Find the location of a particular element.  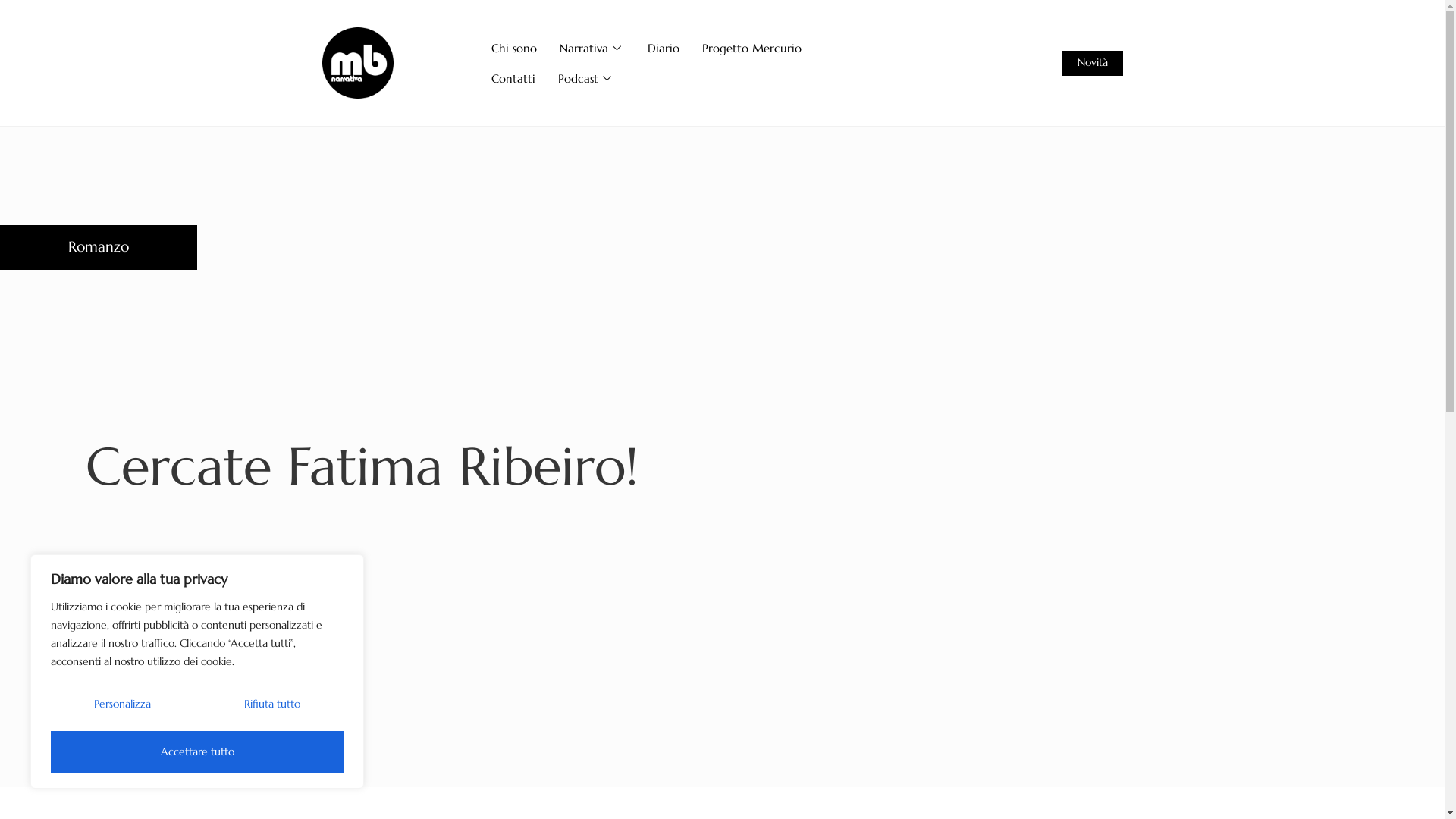

'Accettare tutto' is located at coordinates (196, 752).